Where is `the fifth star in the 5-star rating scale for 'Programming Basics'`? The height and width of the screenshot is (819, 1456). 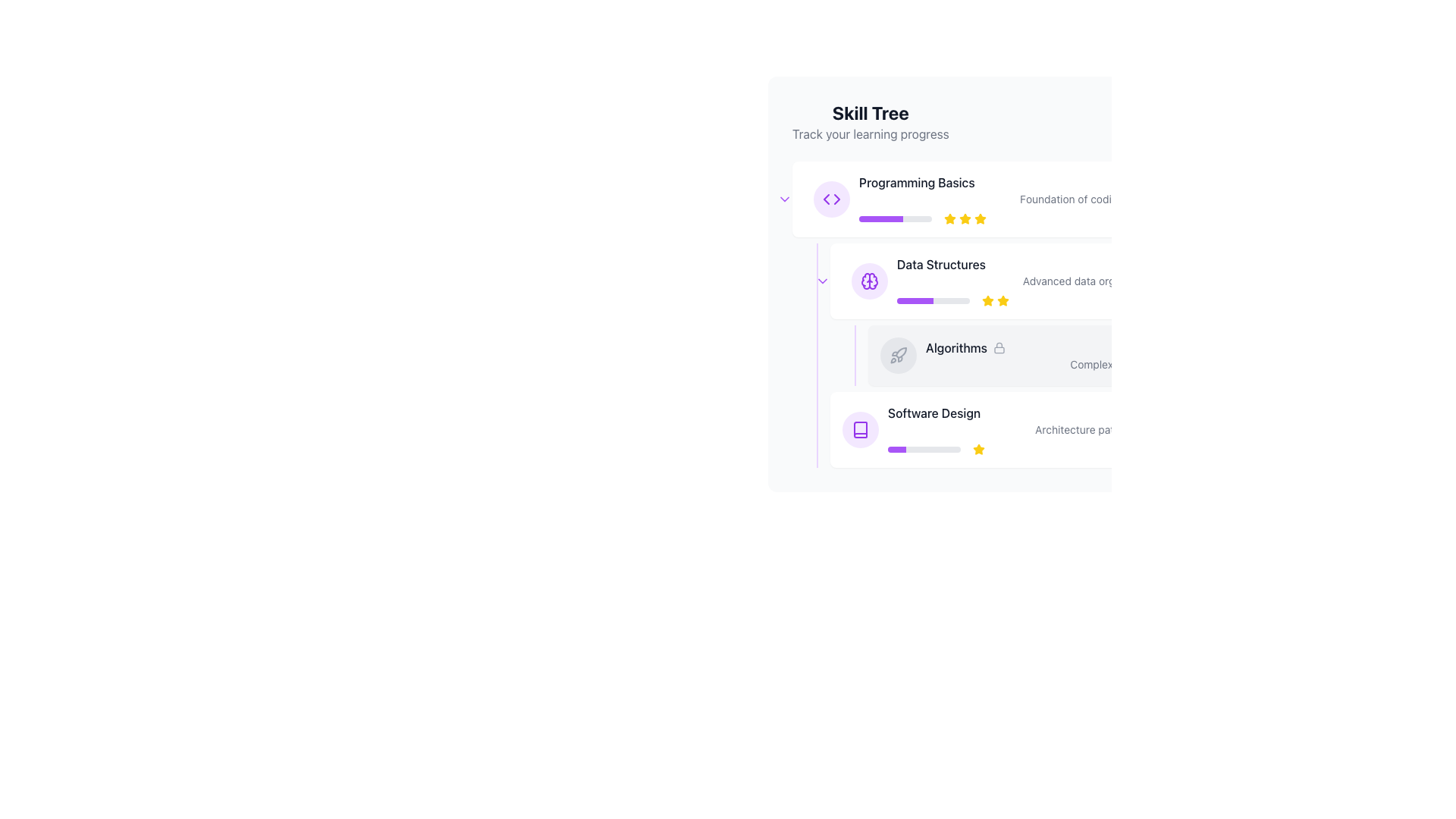 the fifth star in the 5-star rating scale for 'Programming Basics' is located at coordinates (980, 219).